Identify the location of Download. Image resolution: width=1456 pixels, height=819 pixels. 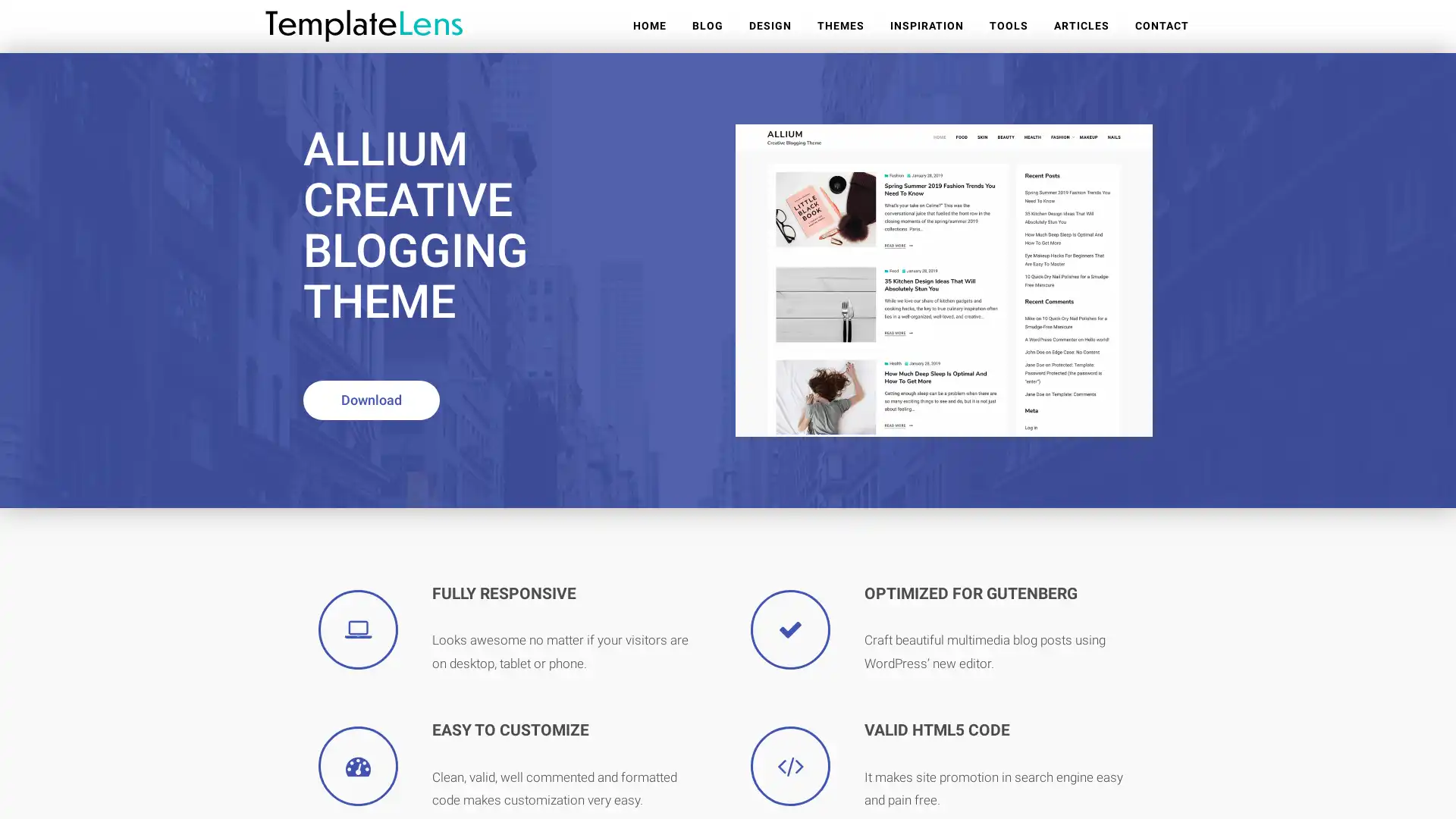
(371, 400).